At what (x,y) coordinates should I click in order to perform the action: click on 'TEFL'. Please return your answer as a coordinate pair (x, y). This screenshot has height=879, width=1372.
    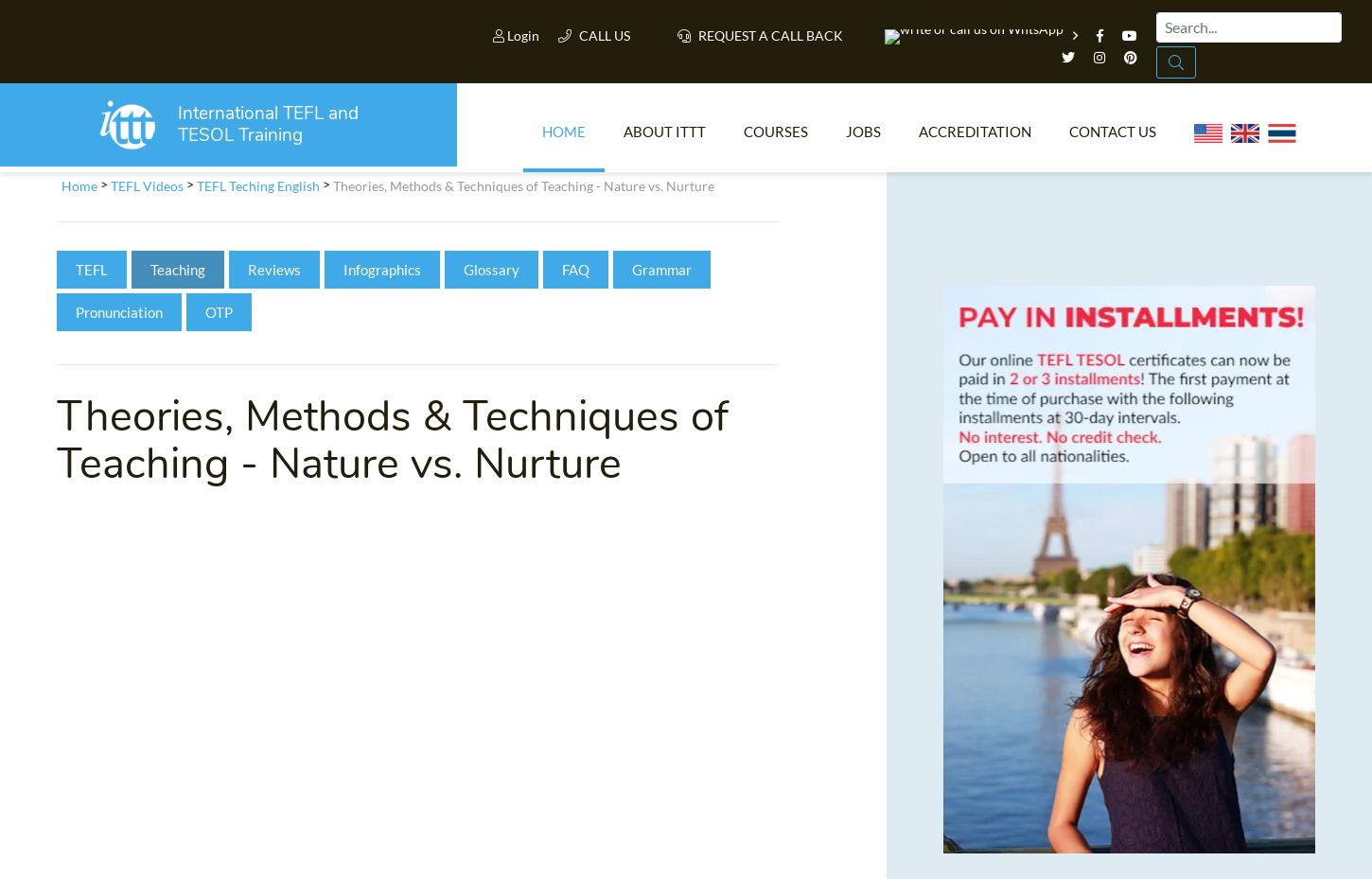
    Looking at the image, I should click on (92, 275).